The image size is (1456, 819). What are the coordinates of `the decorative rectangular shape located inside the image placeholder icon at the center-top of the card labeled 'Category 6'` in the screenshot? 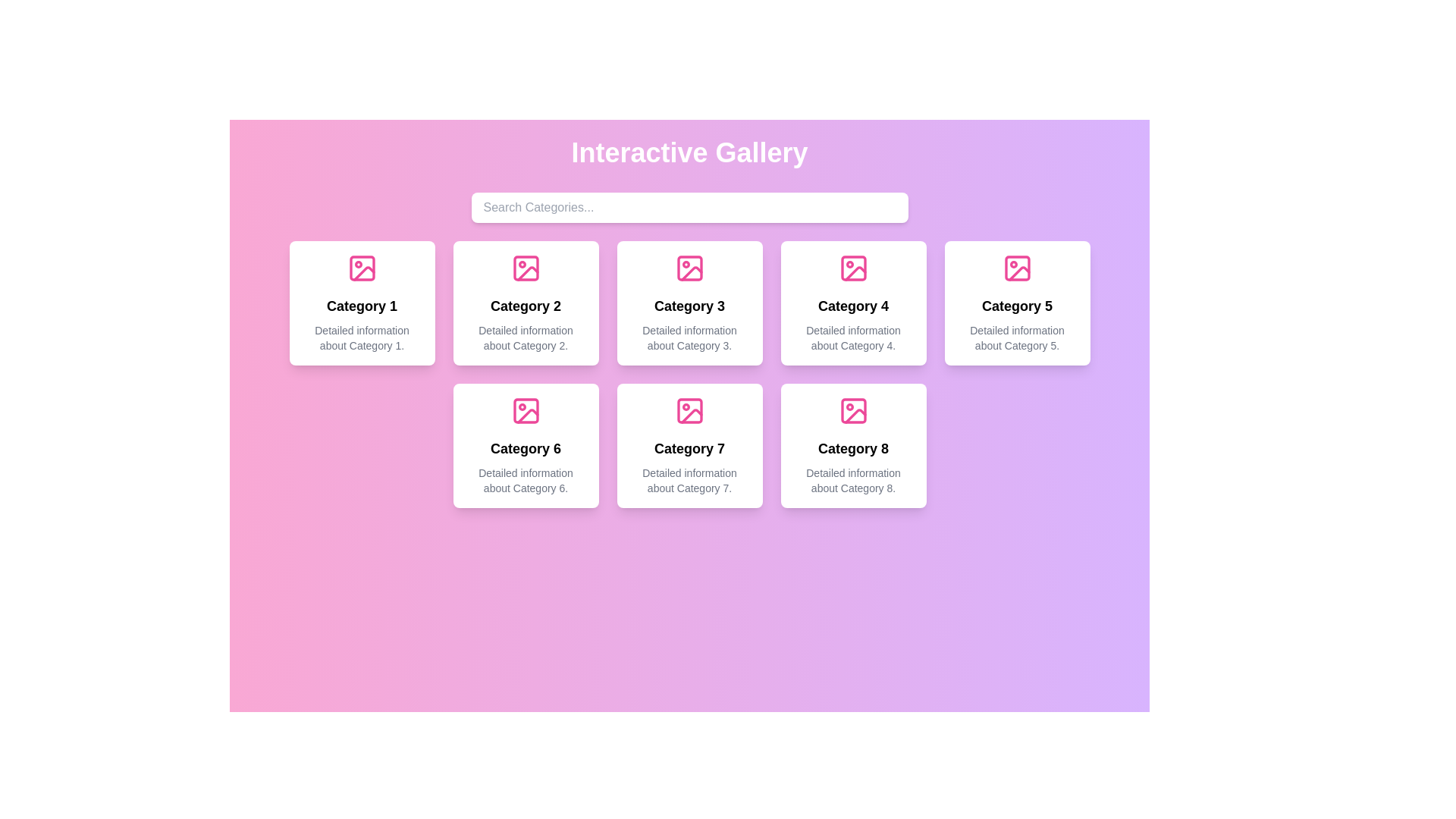 It's located at (526, 411).